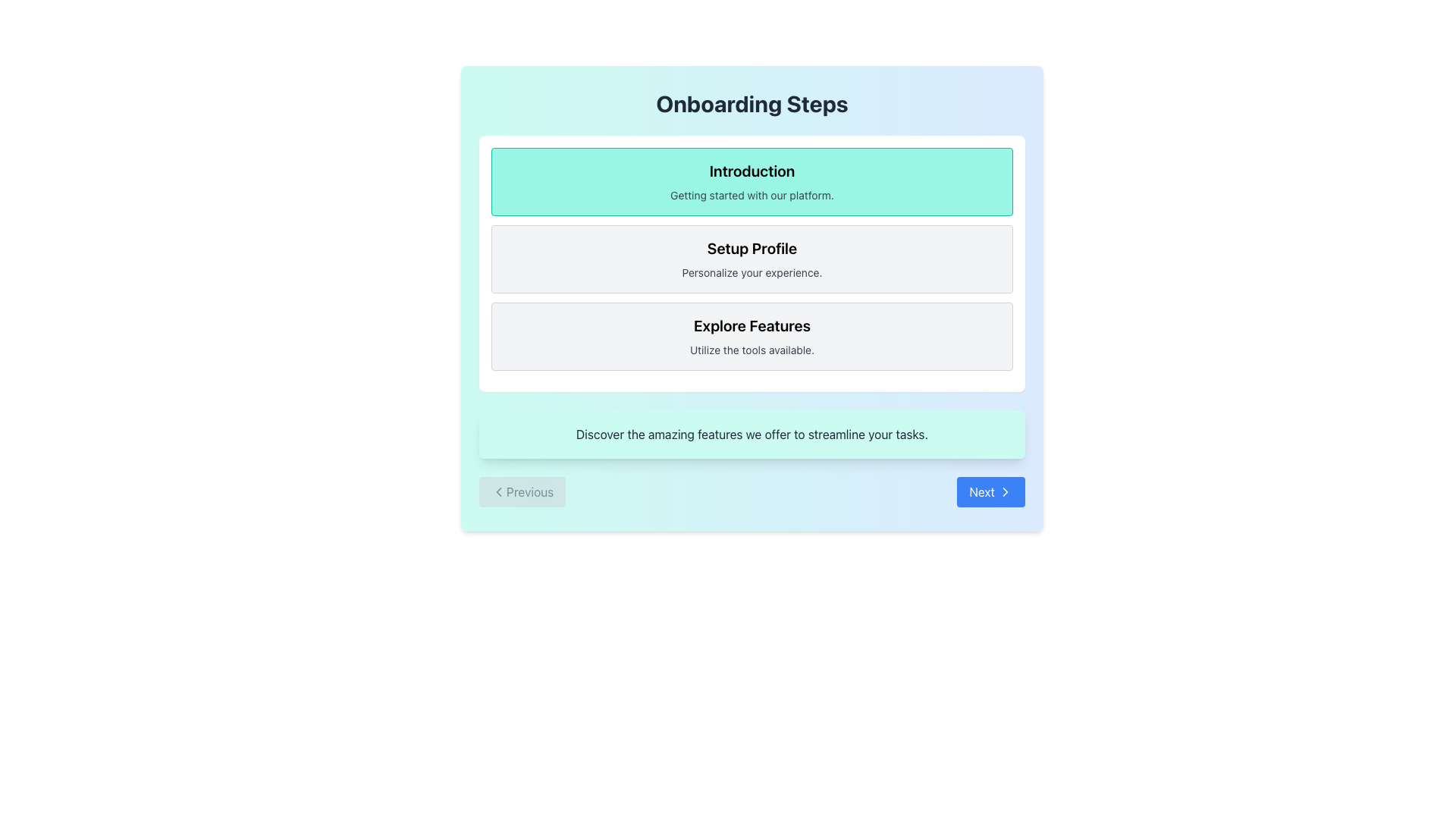  Describe the element at coordinates (1005, 491) in the screenshot. I see `the 'Next' button that houses the rightward-pointing chevron arrow icon located at the bottom-right corner of the interface` at that location.